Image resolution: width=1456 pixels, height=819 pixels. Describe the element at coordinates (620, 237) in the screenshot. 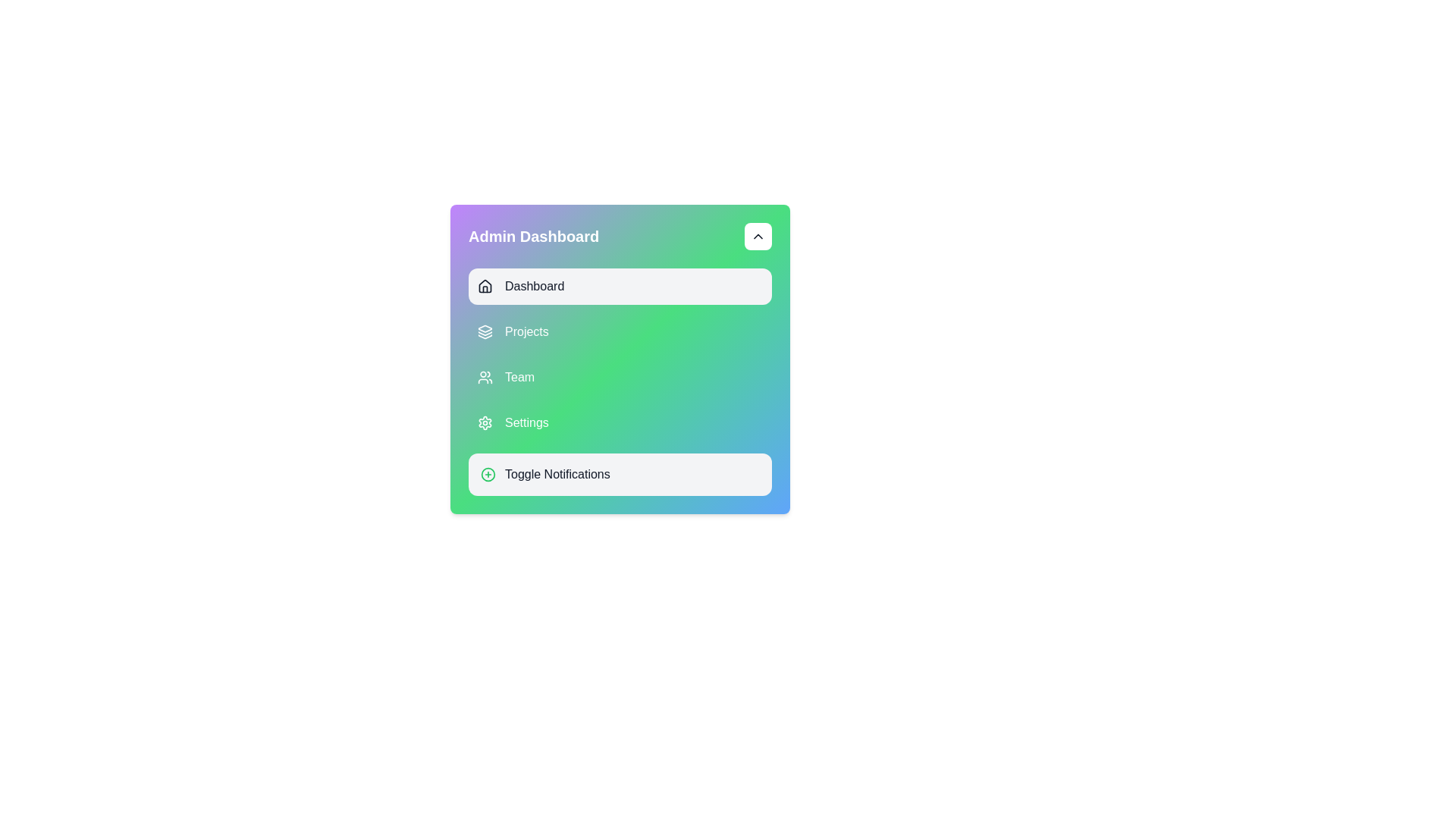

I see `the 'Admin Dashboard' header bar, which is located at the top of the colorful gradient background` at that location.